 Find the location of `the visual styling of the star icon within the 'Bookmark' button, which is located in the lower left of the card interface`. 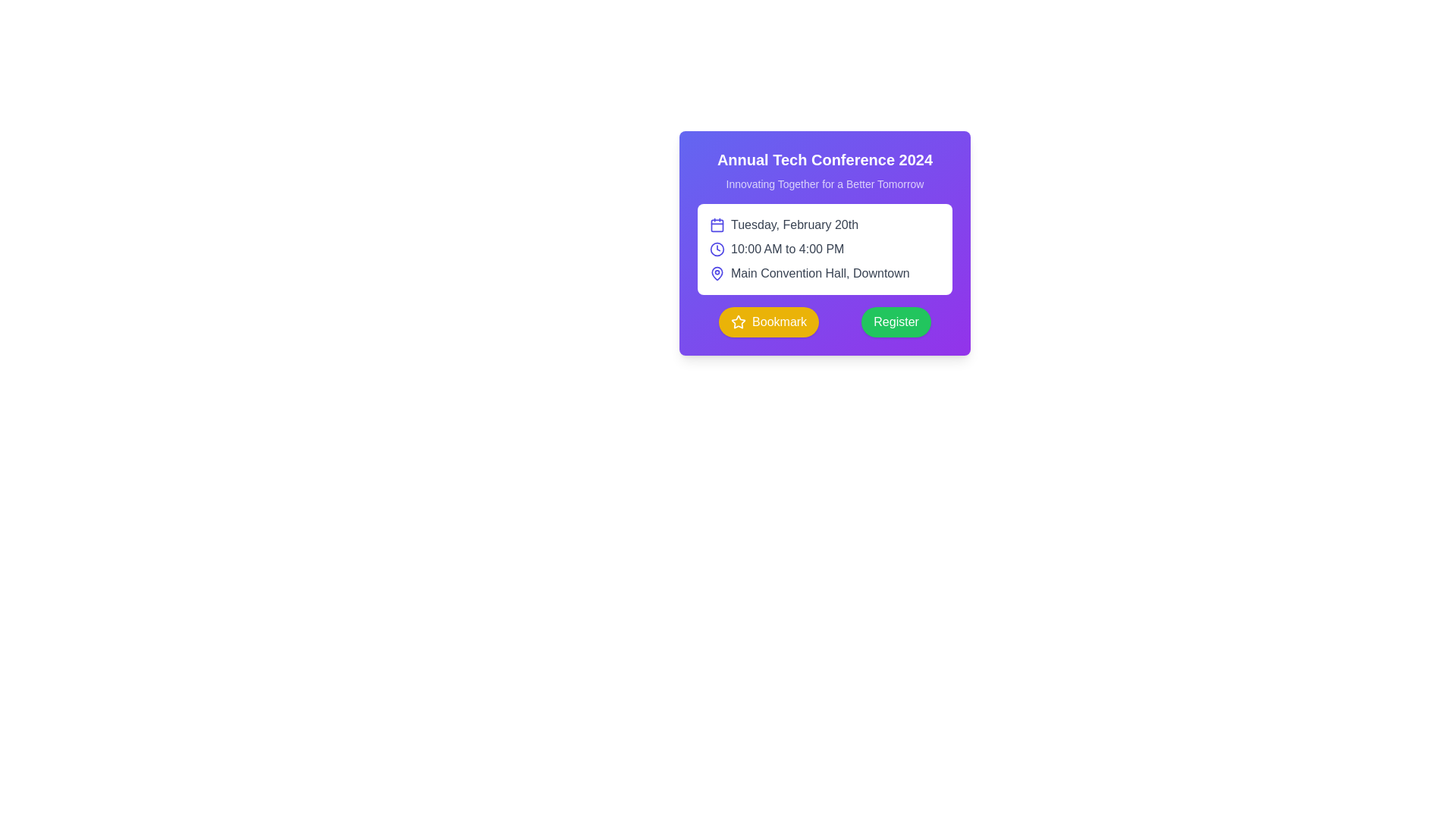

the visual styling of the star icon within the 'Bookmark' button, which is located in the lower left of the card interface is located at coordinates (739, 321).